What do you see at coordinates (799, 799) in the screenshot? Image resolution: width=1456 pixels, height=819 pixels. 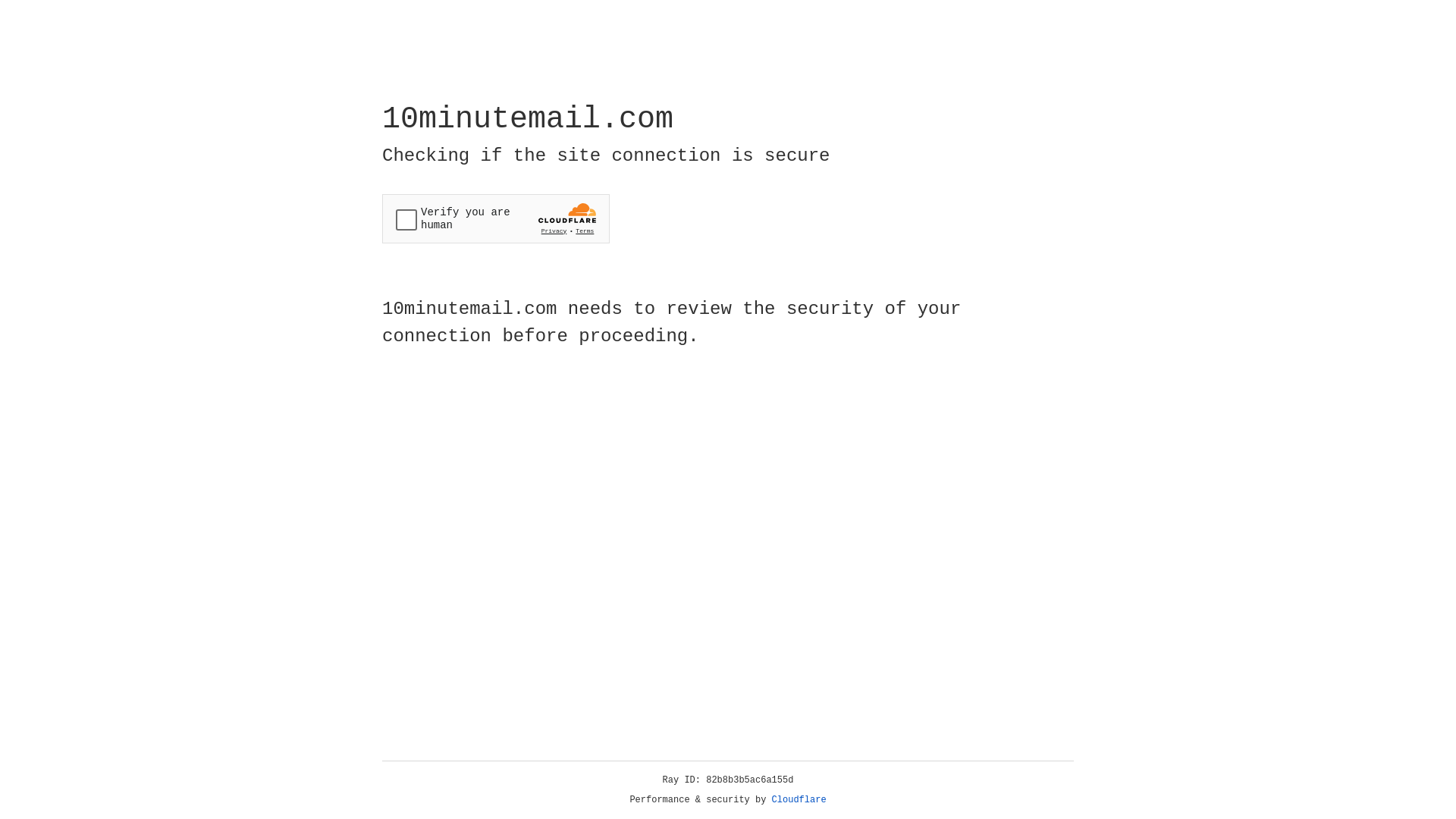 I see `'Cloudflare'` at bounding box center [799, 799].